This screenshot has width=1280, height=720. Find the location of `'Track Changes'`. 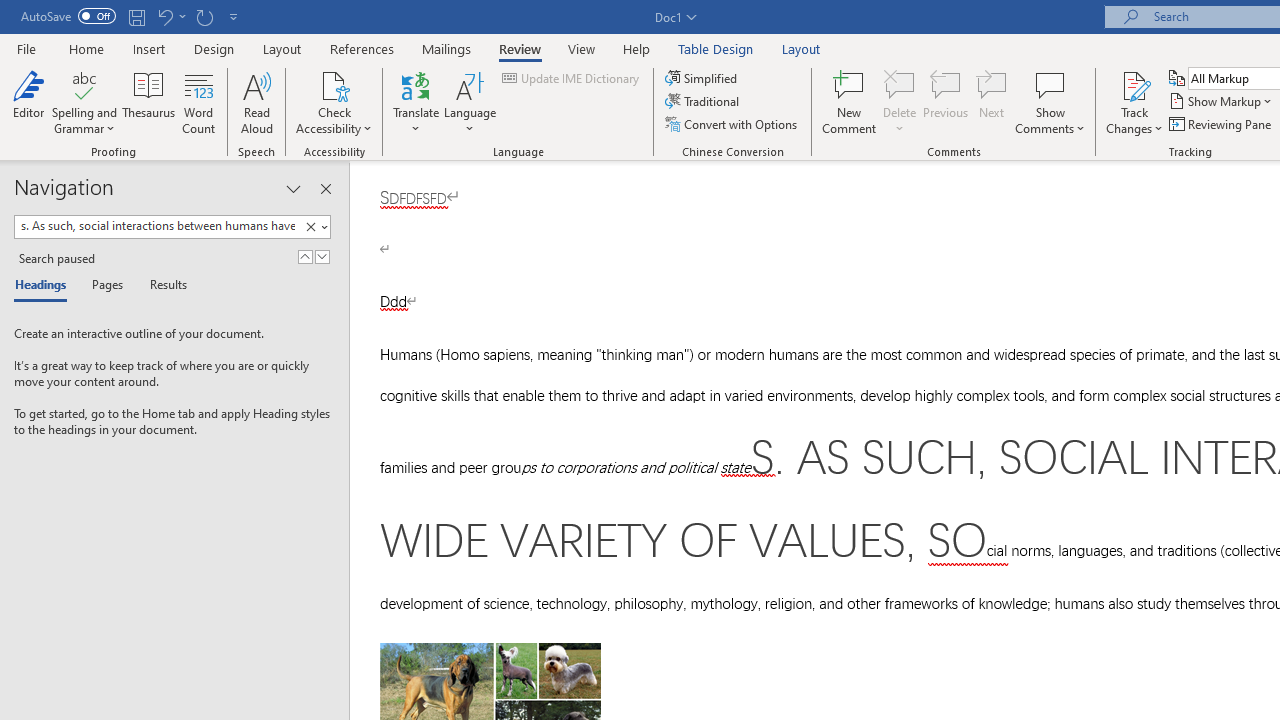

'Track Changes' is located at coordinates (1134, 84).